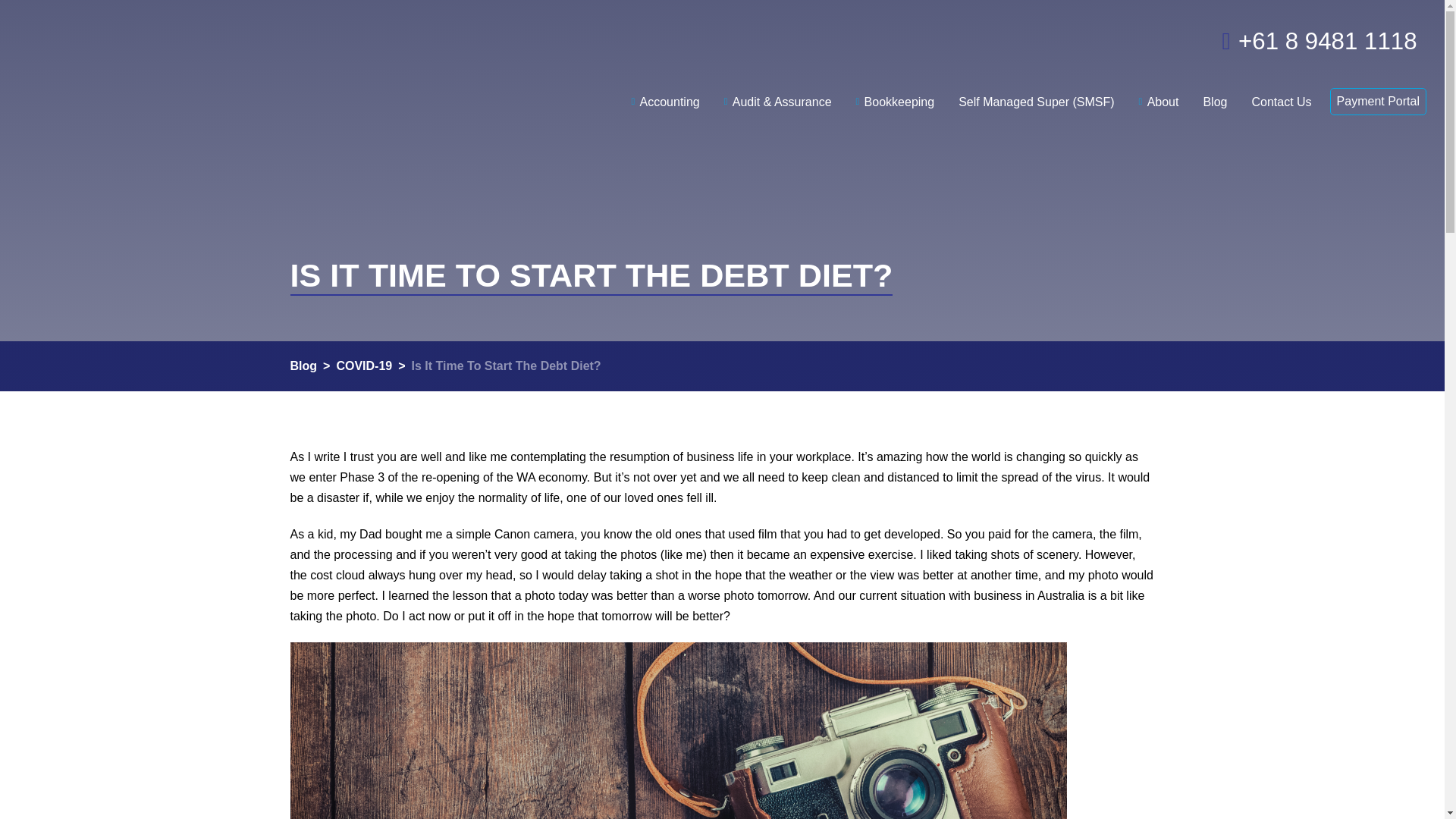  What do you see at coordinates (303, 366) in the screenshot?
I see `'Blog'` at bounding box center [303, 366].